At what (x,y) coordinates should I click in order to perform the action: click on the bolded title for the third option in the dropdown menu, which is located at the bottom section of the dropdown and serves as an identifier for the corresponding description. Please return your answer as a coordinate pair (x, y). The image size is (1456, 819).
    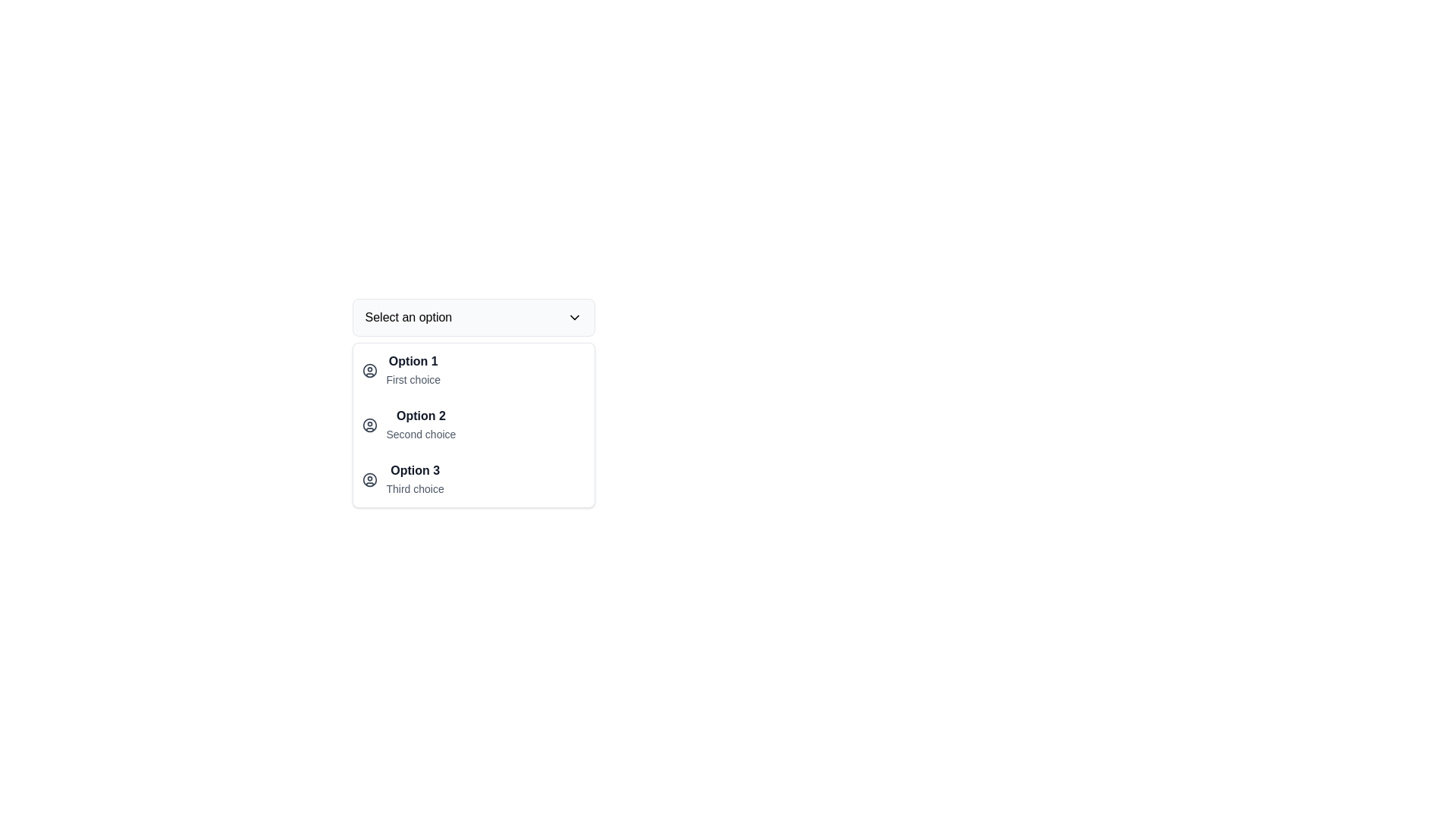
    Looking at the image, I should click on (415, 470).